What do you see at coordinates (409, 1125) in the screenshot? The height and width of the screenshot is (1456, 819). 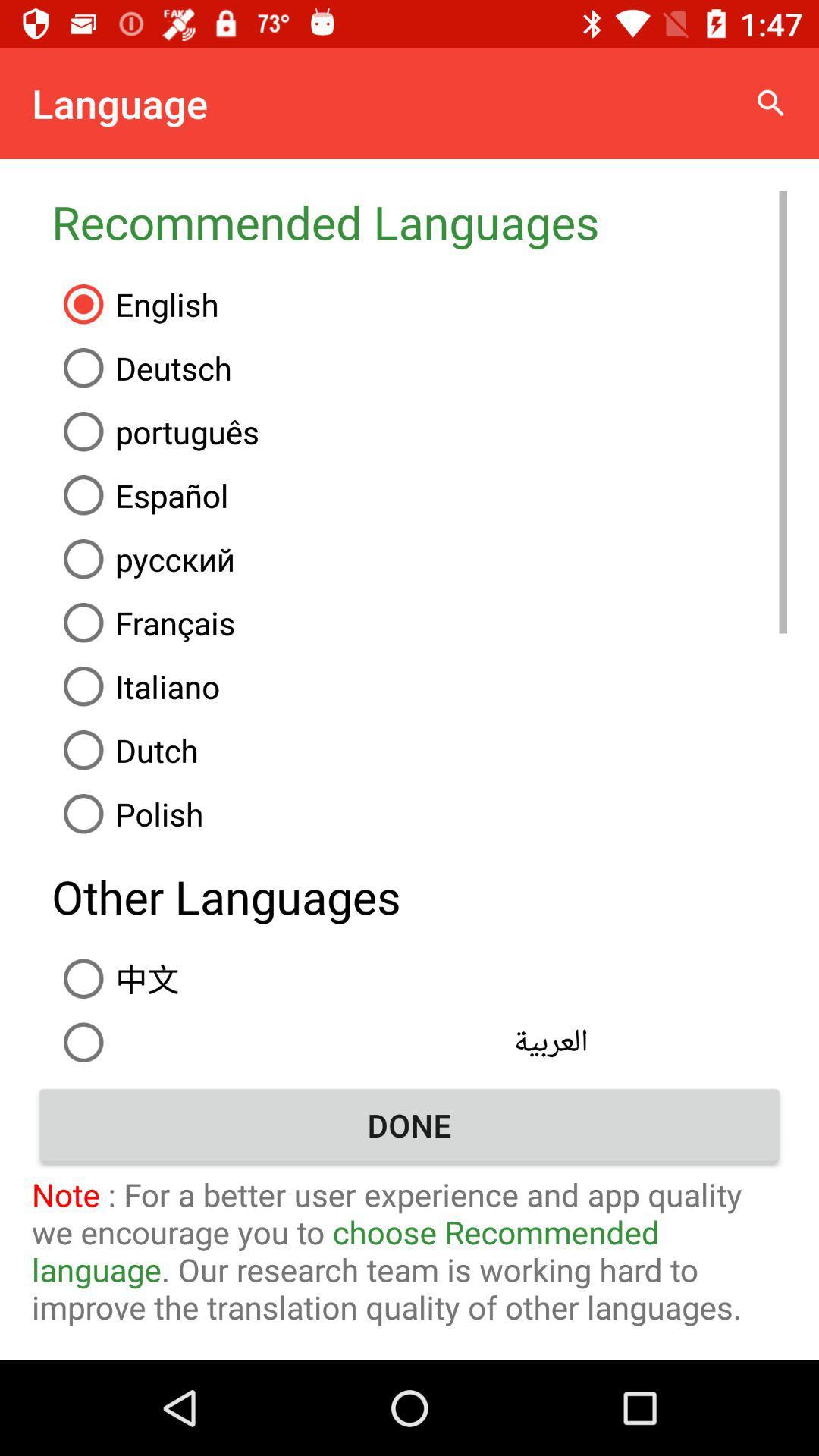 I see `item above note for a` at bounding box center [409, 1125].